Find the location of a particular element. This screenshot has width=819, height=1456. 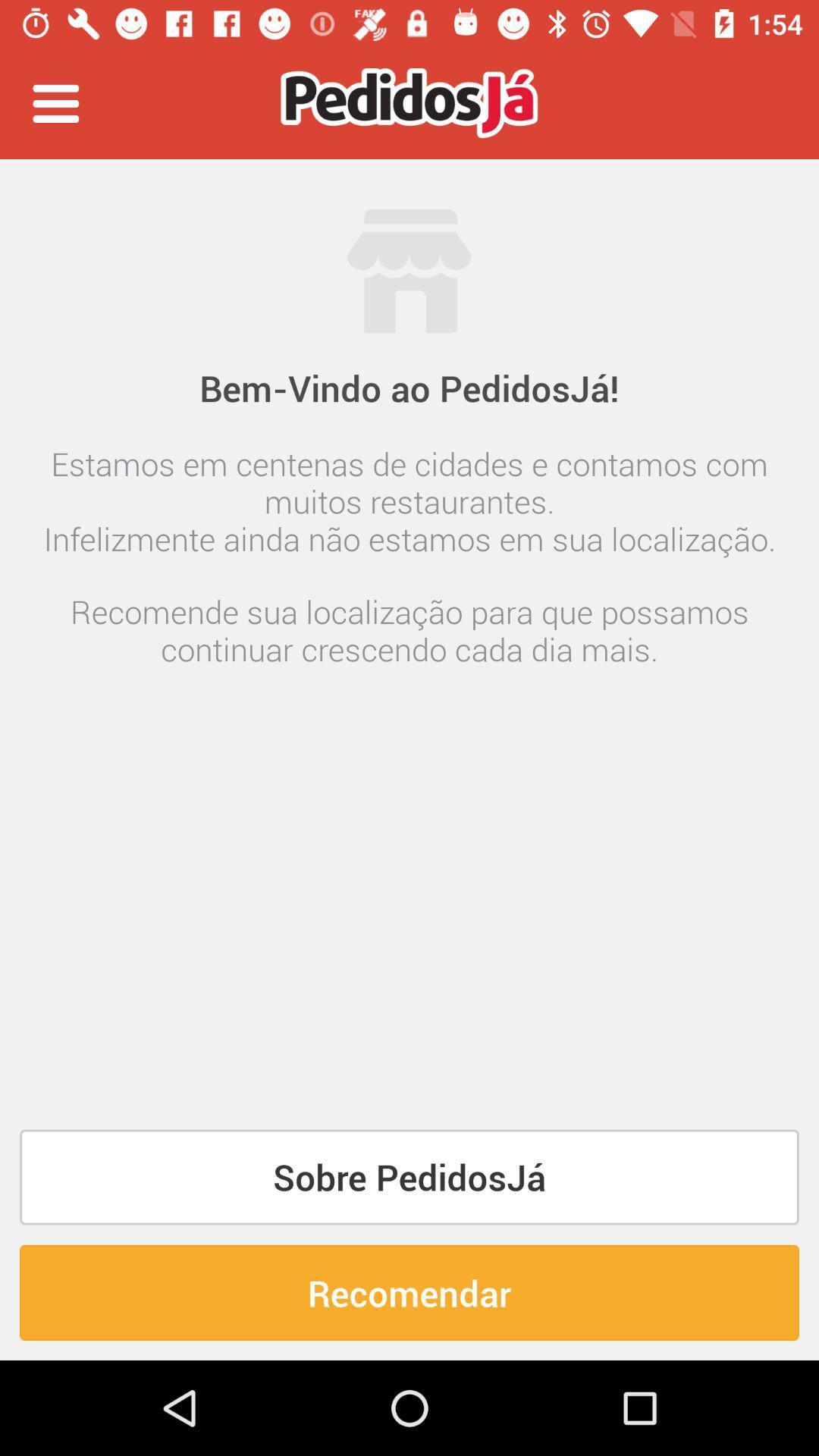

open options is located at coordinates (55, 102).